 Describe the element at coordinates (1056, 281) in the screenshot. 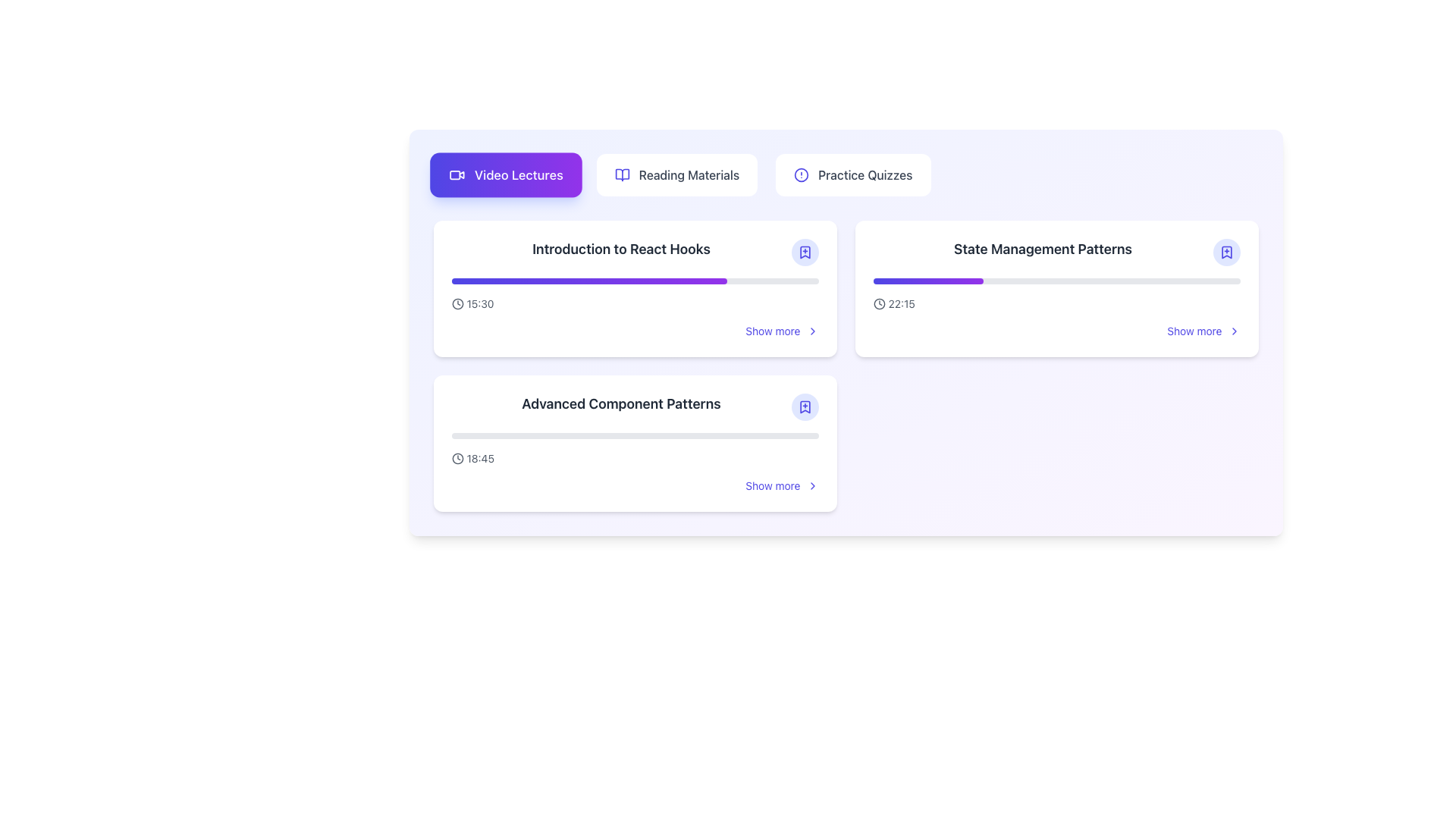

I see `the Progress Indicator located below the title 'State Management Patterns' and above the time display '22:15' in the rightmost card of the second row` at that location.